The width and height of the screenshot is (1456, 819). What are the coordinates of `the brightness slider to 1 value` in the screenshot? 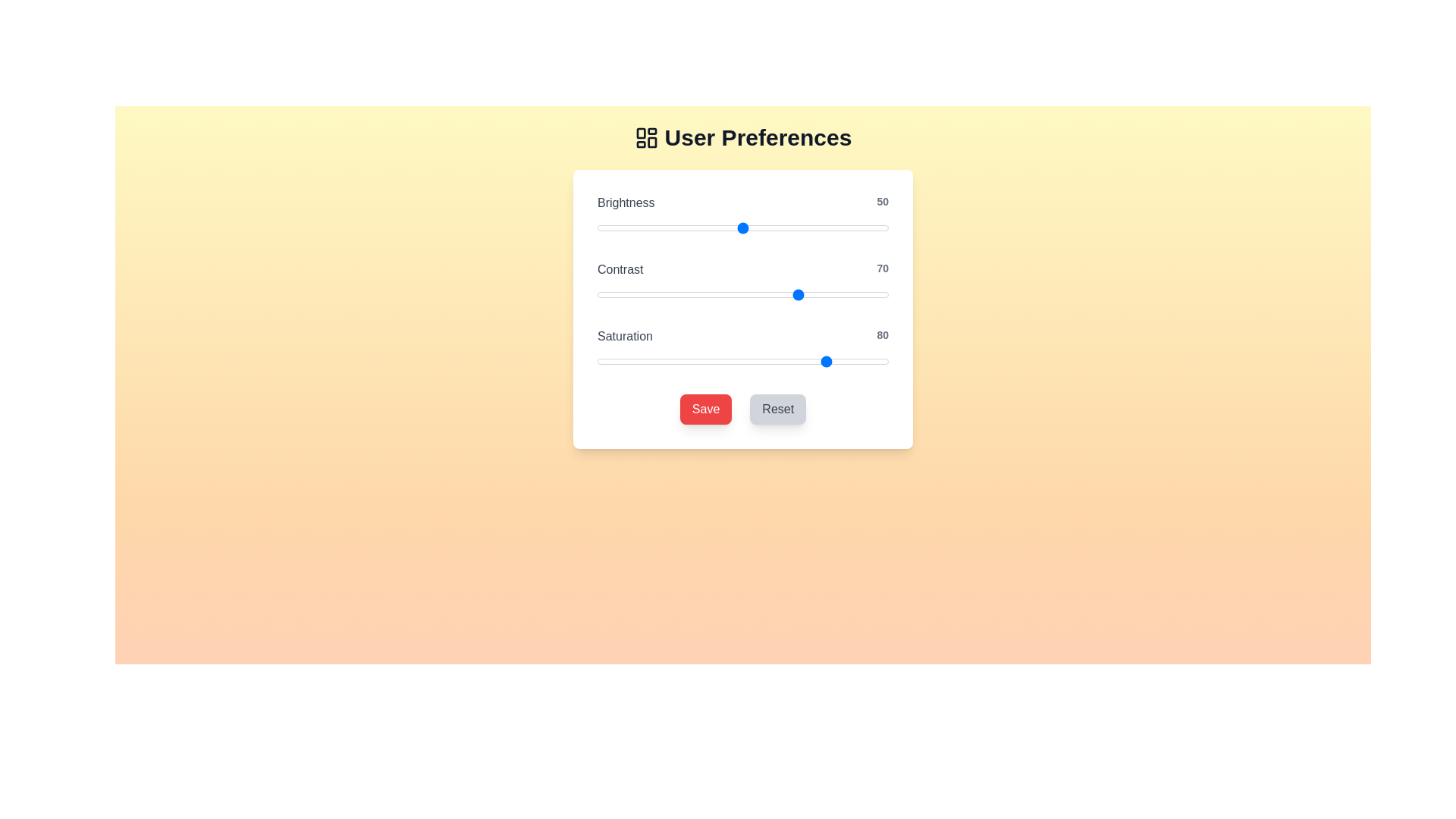 It's located at (599, 227).